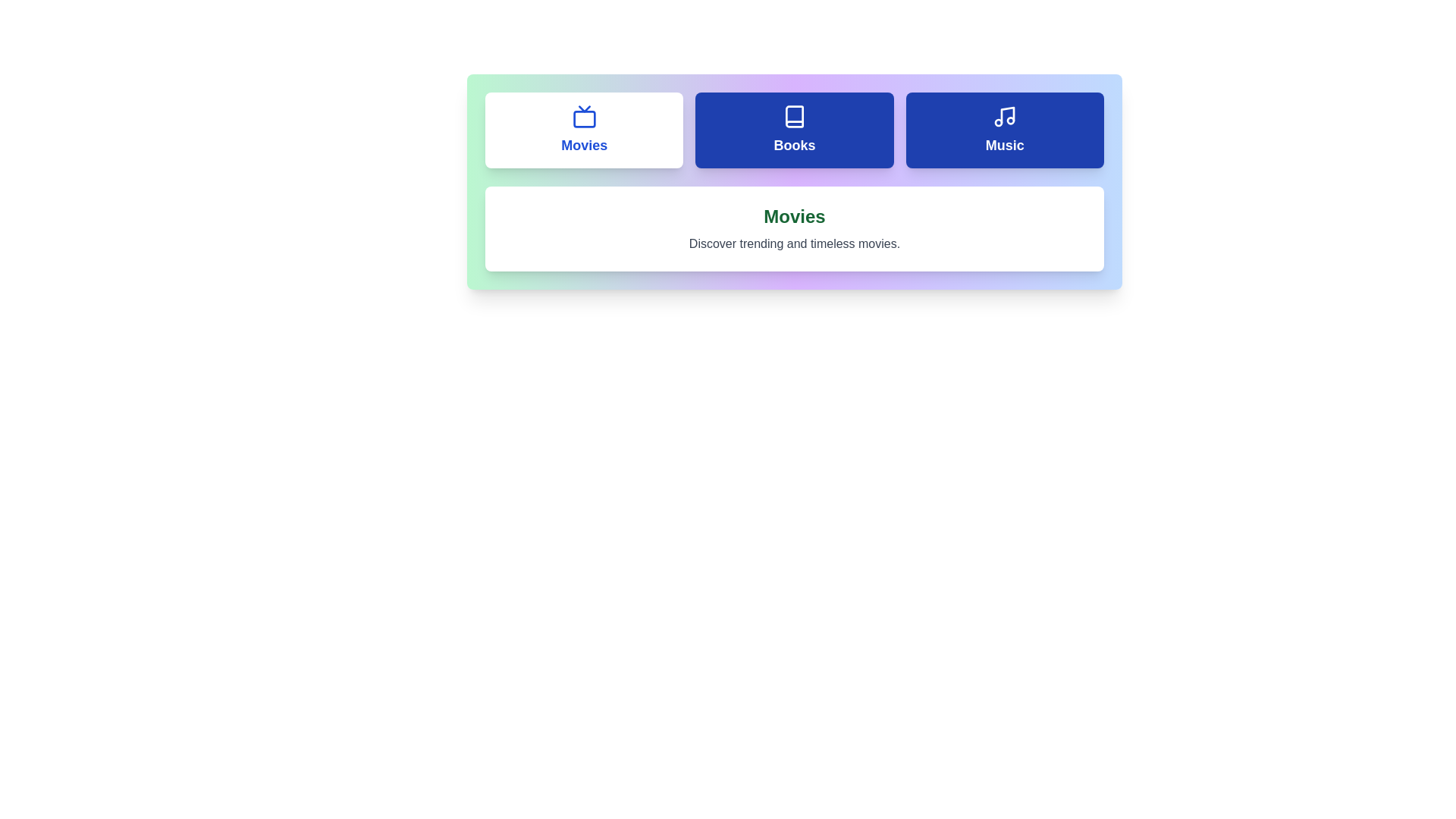 This screenshot has height=819, width=1456. What do you see at coordinates (1005, 130) in the screenshot?
I see `the 'Music' button` at bounding box center [1005, 130].